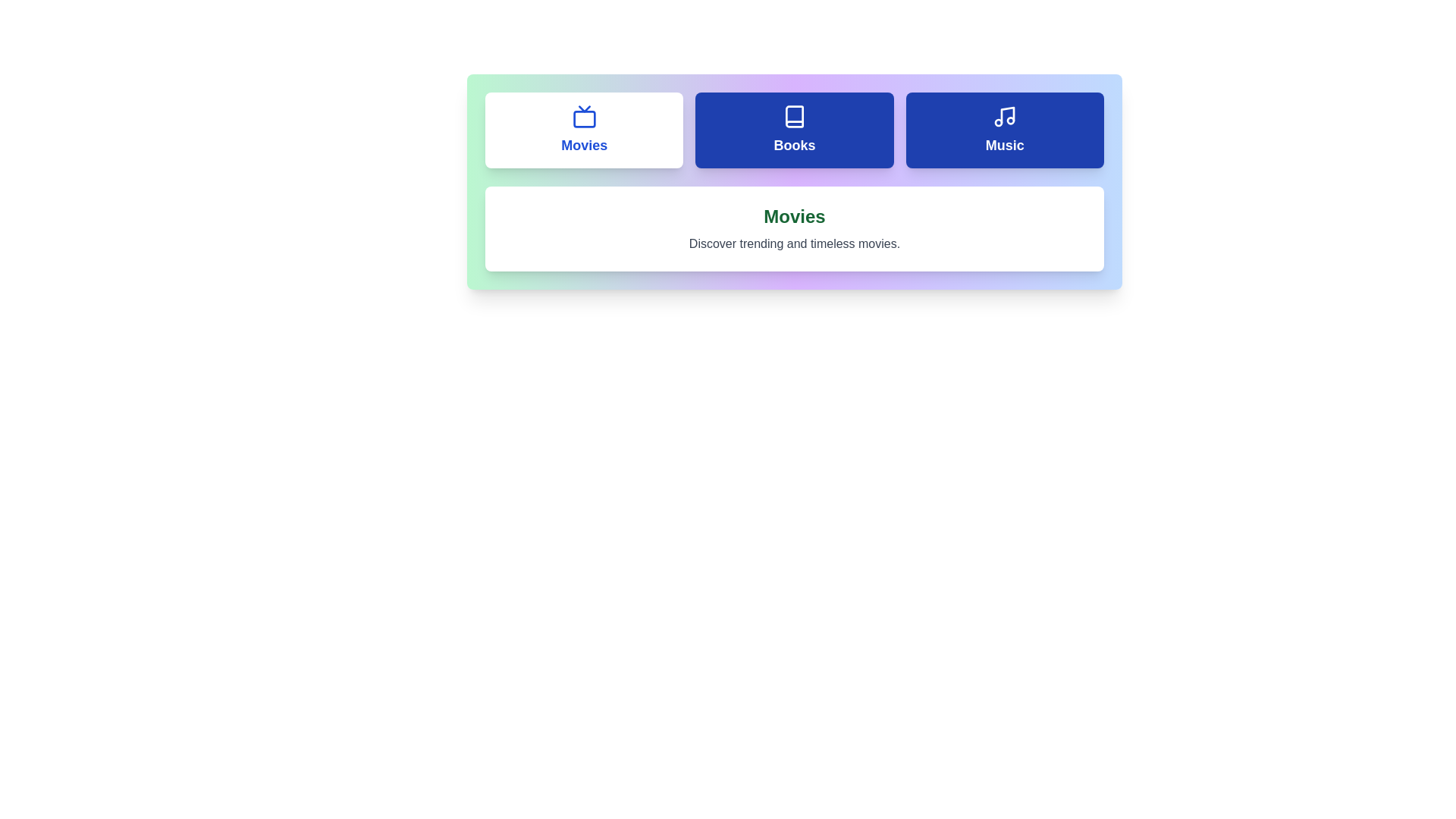 This screenshot has height=819, width=1456. What do you see at coordinates (1005, 130) in the screenshot?
I see `the 'Music' button` at bounding box center [1005, 130].